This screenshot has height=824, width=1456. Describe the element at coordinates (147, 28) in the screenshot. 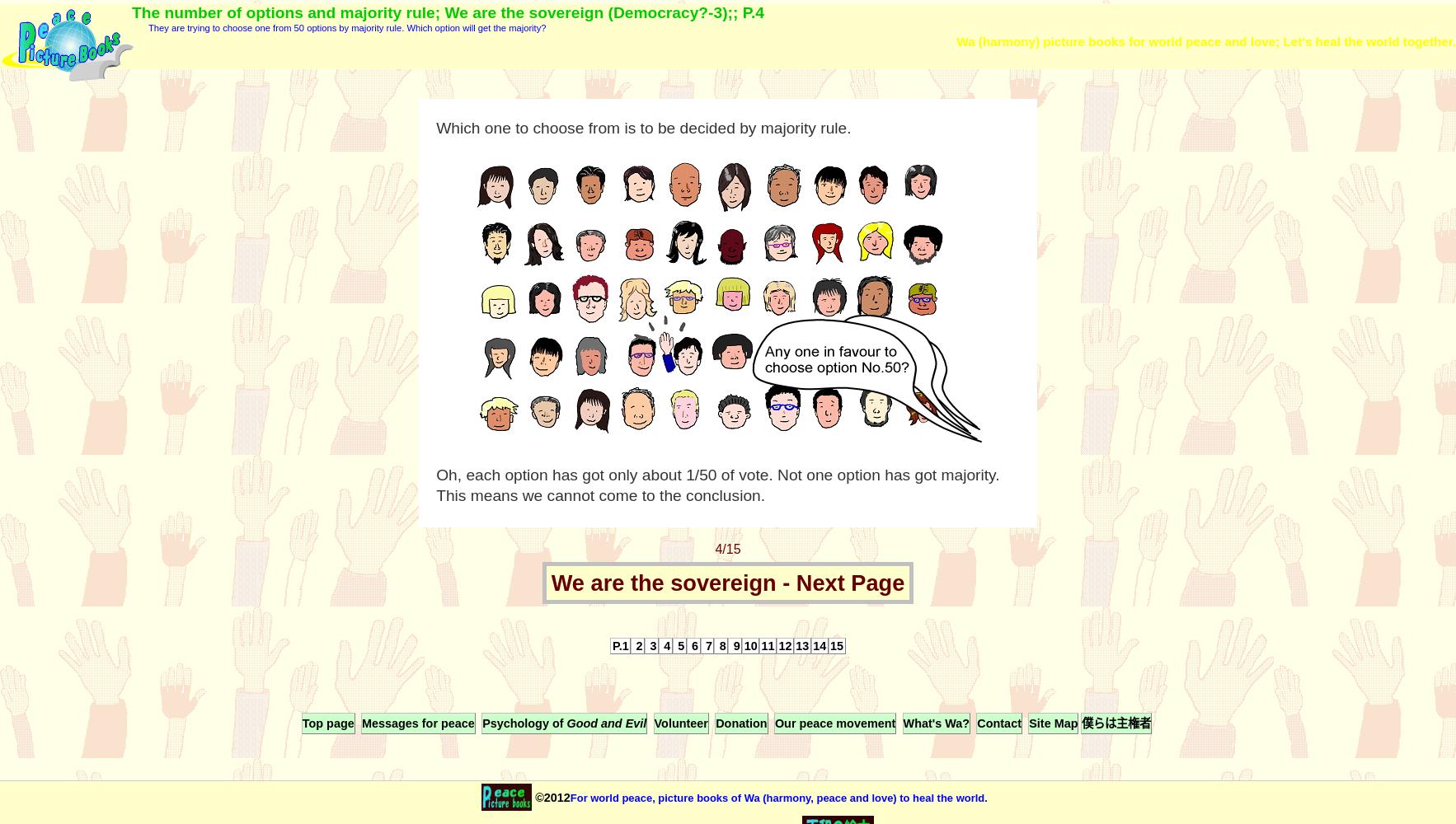

I see `'They are trying to choose one from 50 options by majority rule. Which option will get the majority?'` at that location.